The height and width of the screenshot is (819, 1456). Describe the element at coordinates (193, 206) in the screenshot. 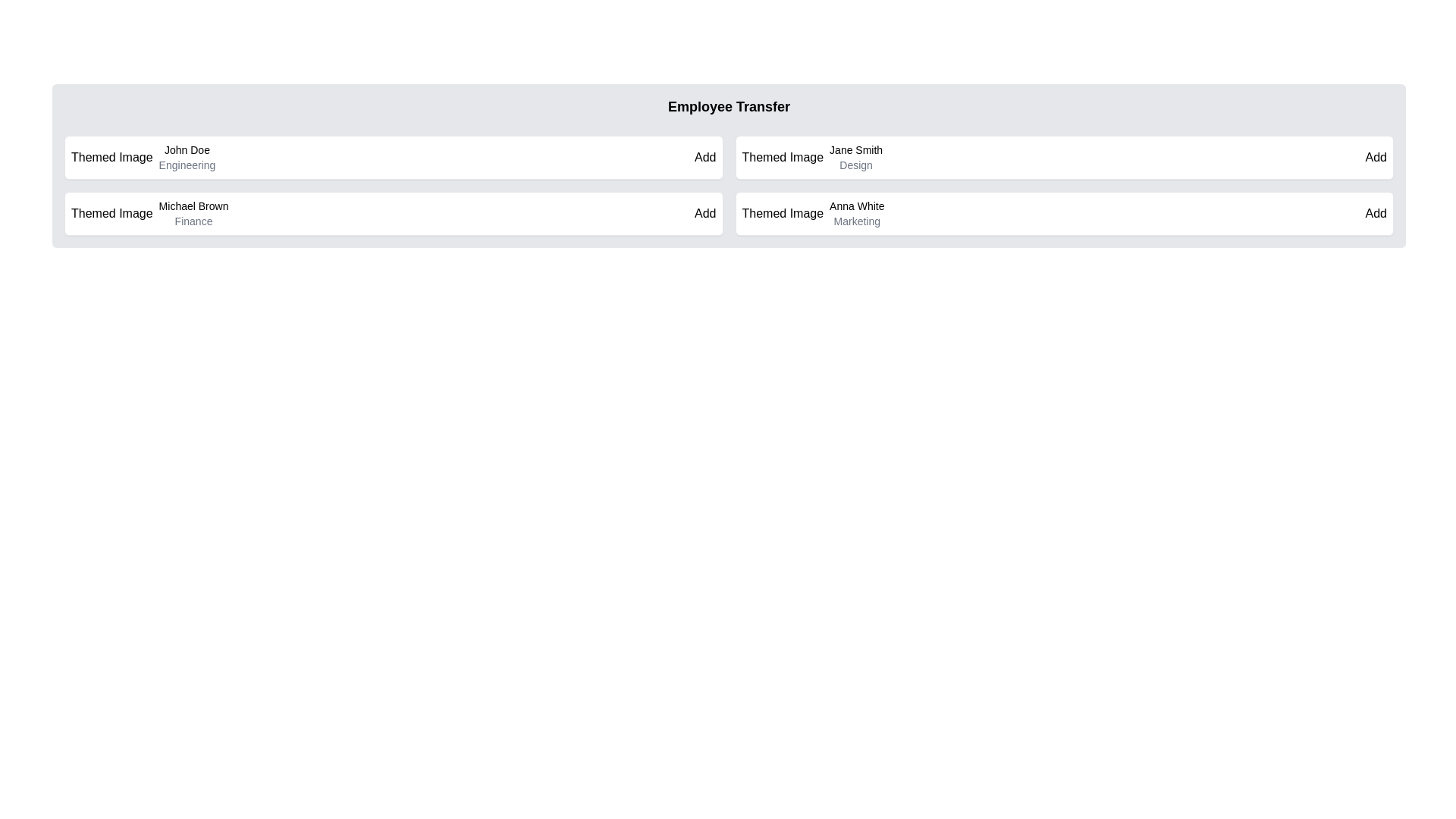

I see `the Text Label displaying 'Michael Brown', which identifies the individual associated with the 'Finance' field in the employee list` at that location.